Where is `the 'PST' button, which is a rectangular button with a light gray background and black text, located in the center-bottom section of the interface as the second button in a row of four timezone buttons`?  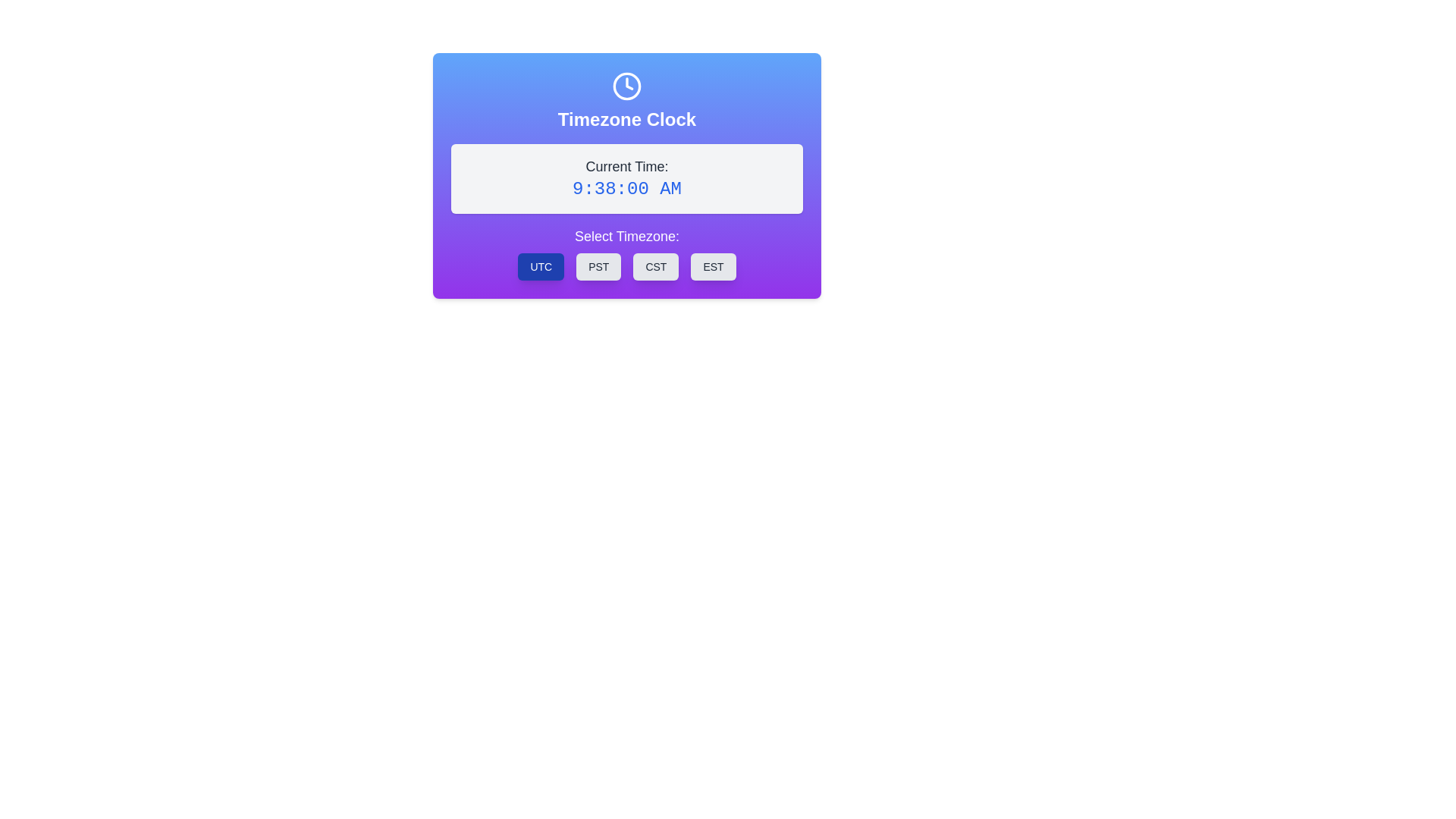 the 'PST' button, which is a rectangular button with a light gray background and black text, located in the center-bottom section of the interface as the second button in a row of four timezone buttons is located at coordinates (598, 265).